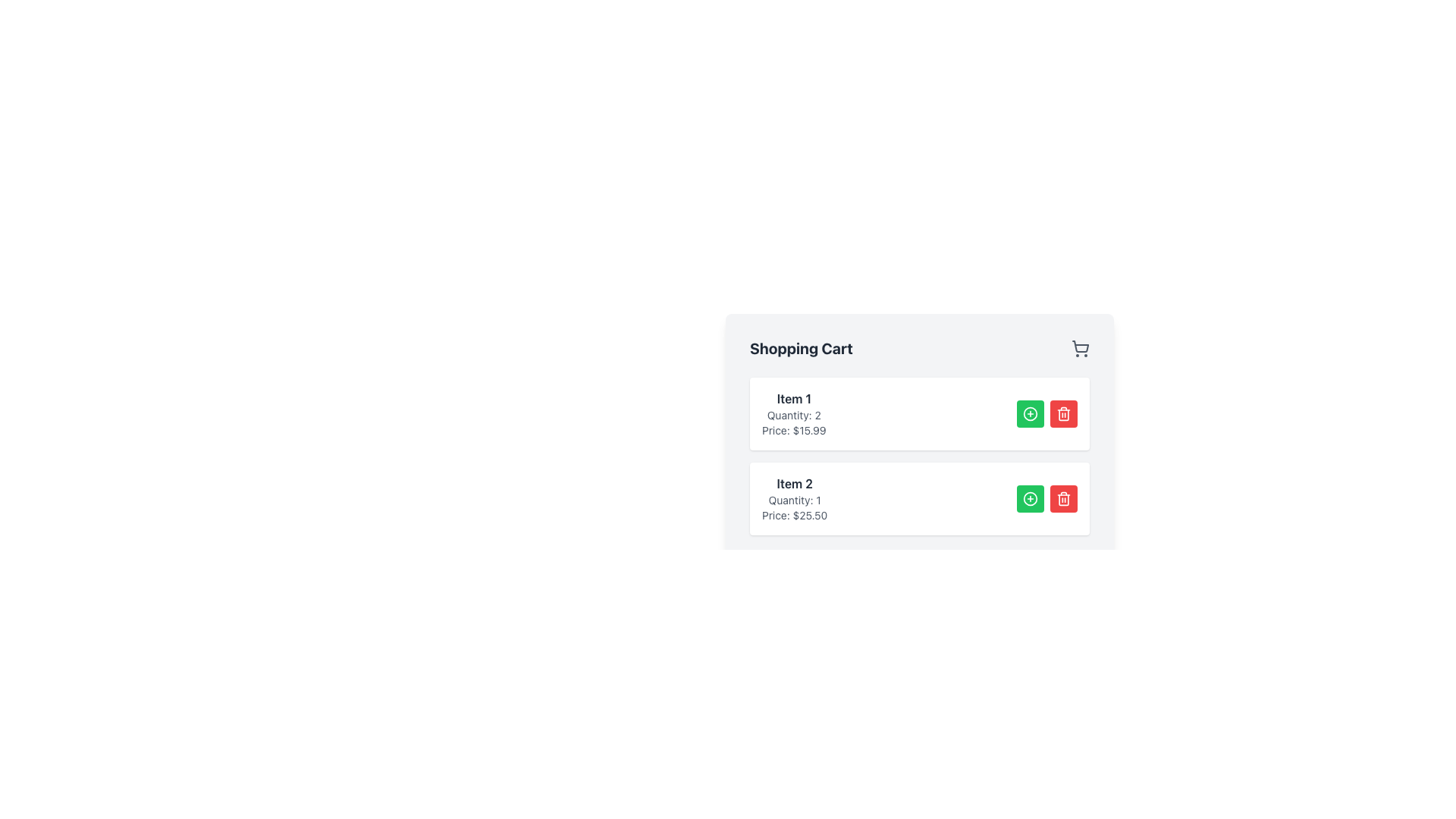 The height and width of the screenshot is (819, 1456). Describe the element at coordinates (1062, 415) in the screenshot. I see `the trash can icon for deletion indication, which is part of the delete functionality in the shopping cart interface, located in the second row and second from the right` at that location.